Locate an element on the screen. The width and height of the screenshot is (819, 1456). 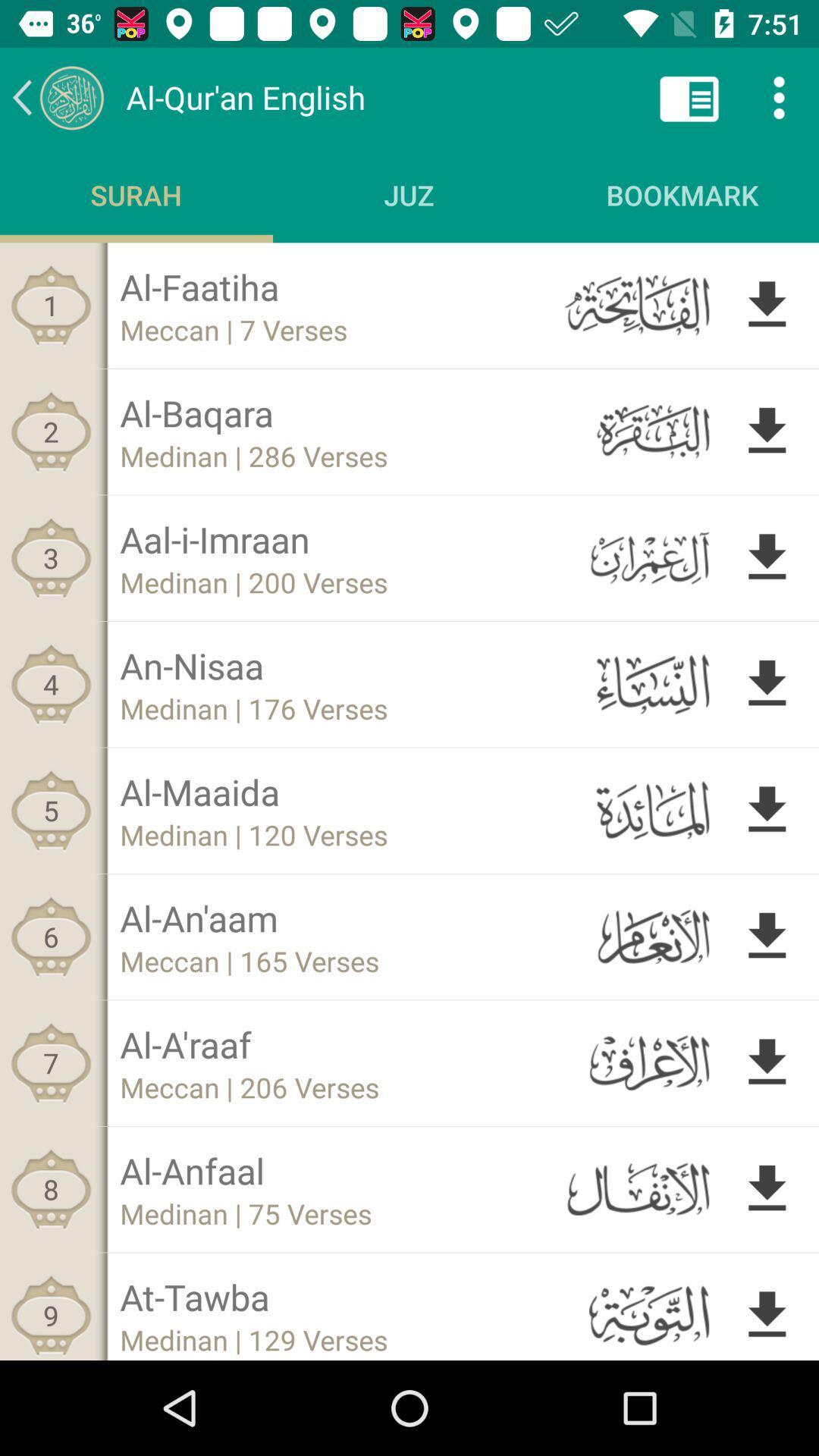
donwood is located at coordinates (767, 809).